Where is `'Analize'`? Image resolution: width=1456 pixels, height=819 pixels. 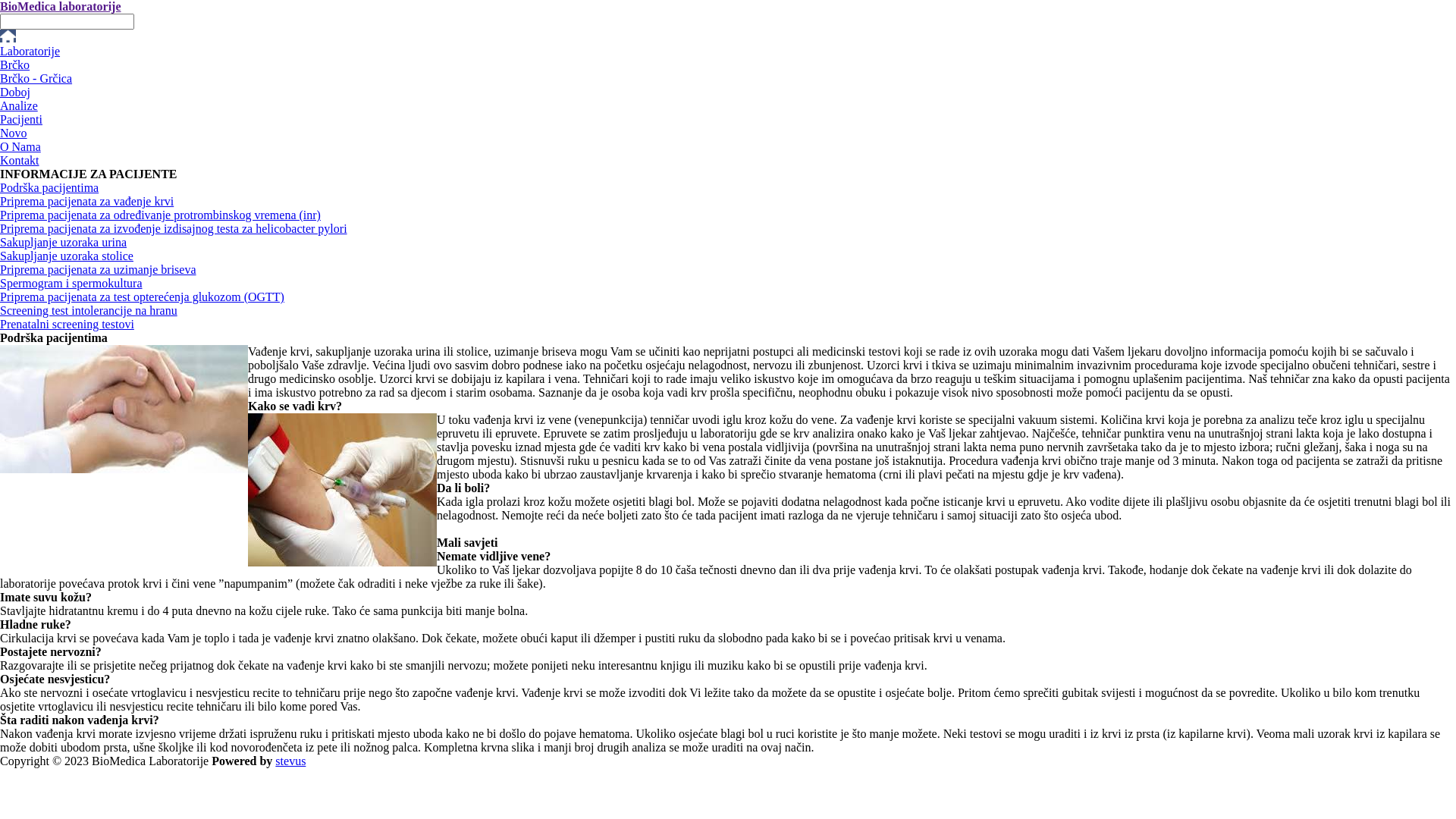
'Analize' is located at coordinates (0, 105).